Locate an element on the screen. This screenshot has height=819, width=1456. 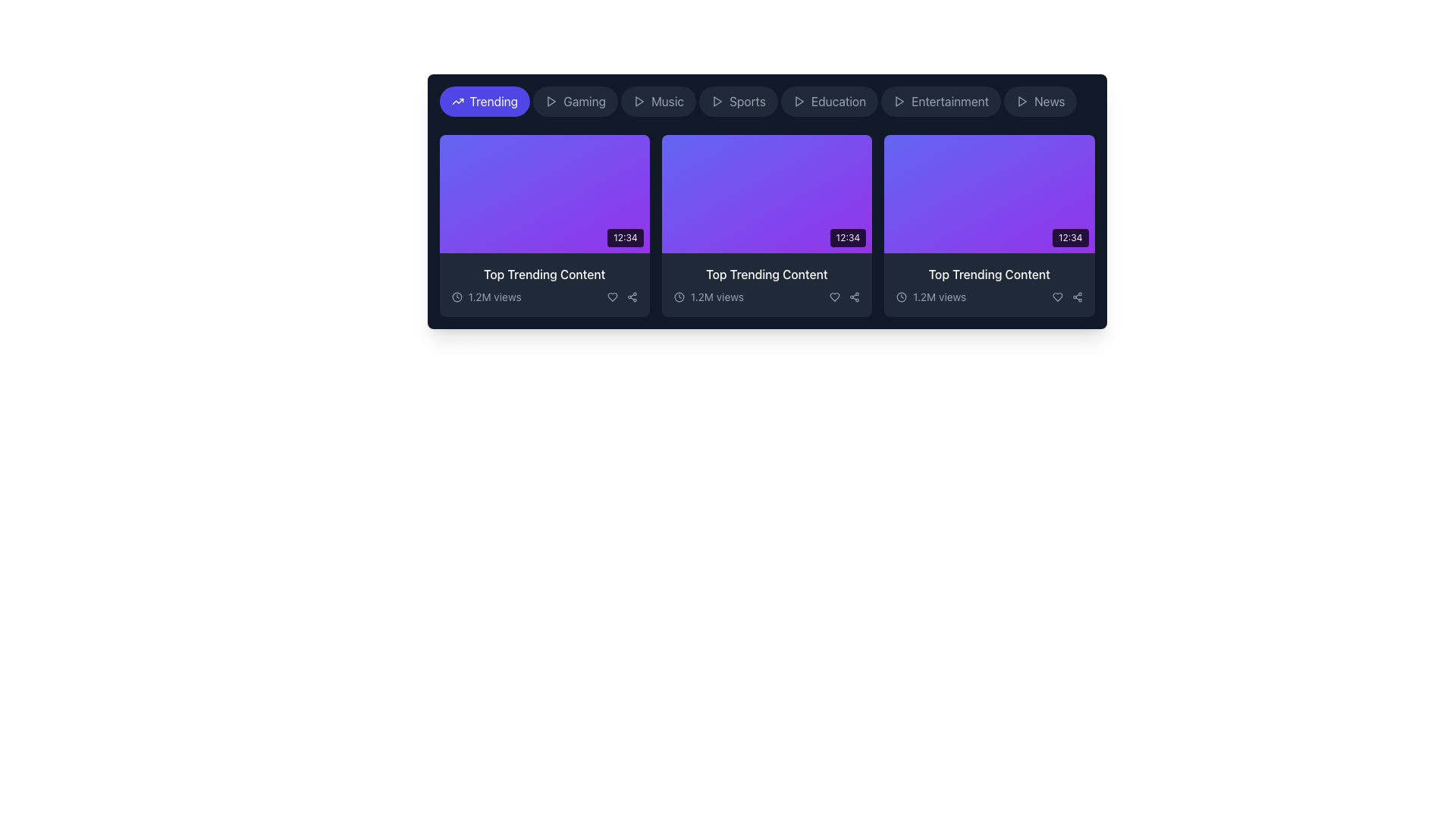
the heart-shaped 'like' button outlined in white, located below the thumbnail of a trending content card in the interaction bar is located at coordinates (1056, 297).